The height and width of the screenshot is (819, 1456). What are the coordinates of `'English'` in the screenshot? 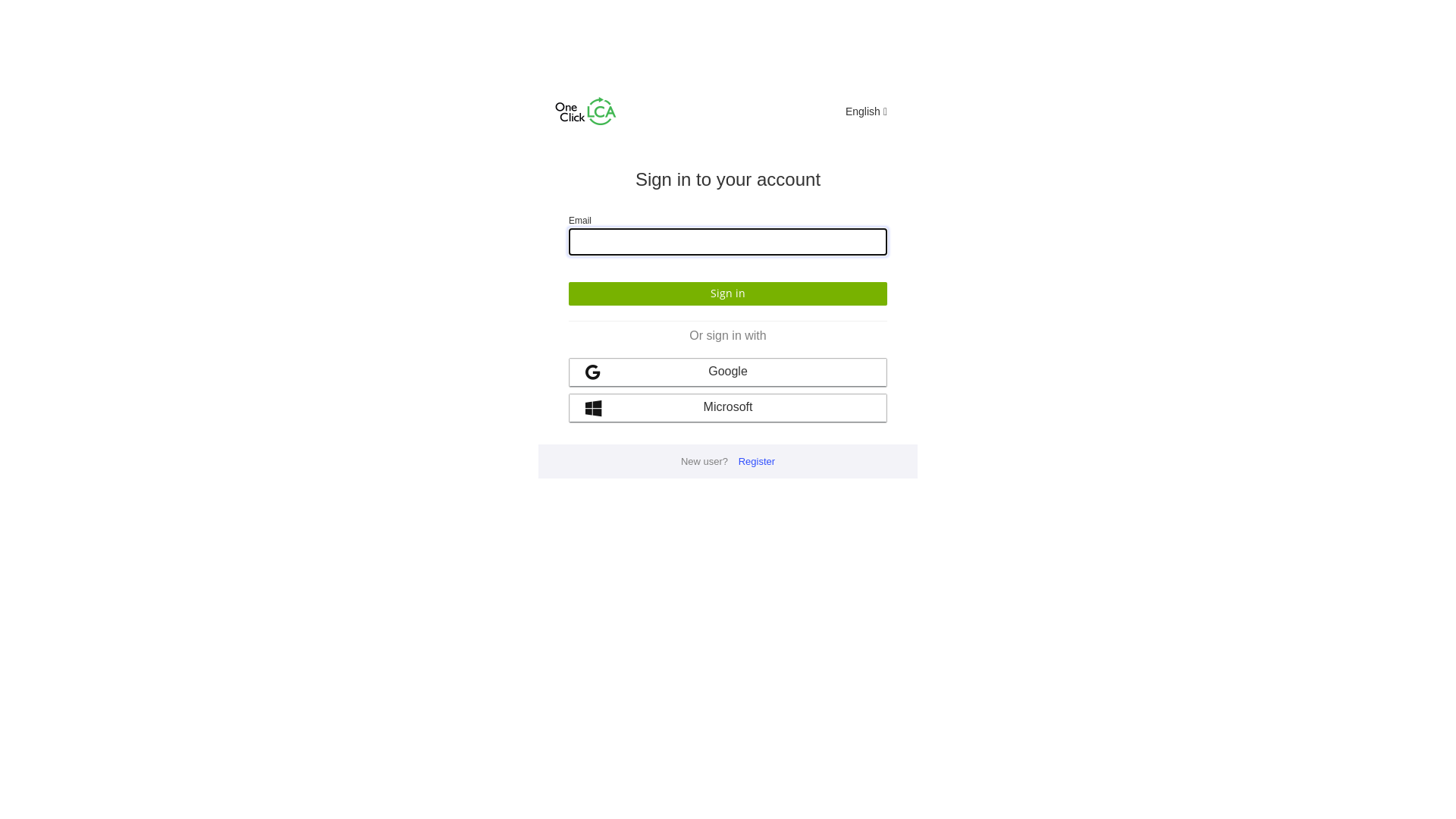 It's located at (866, 110).